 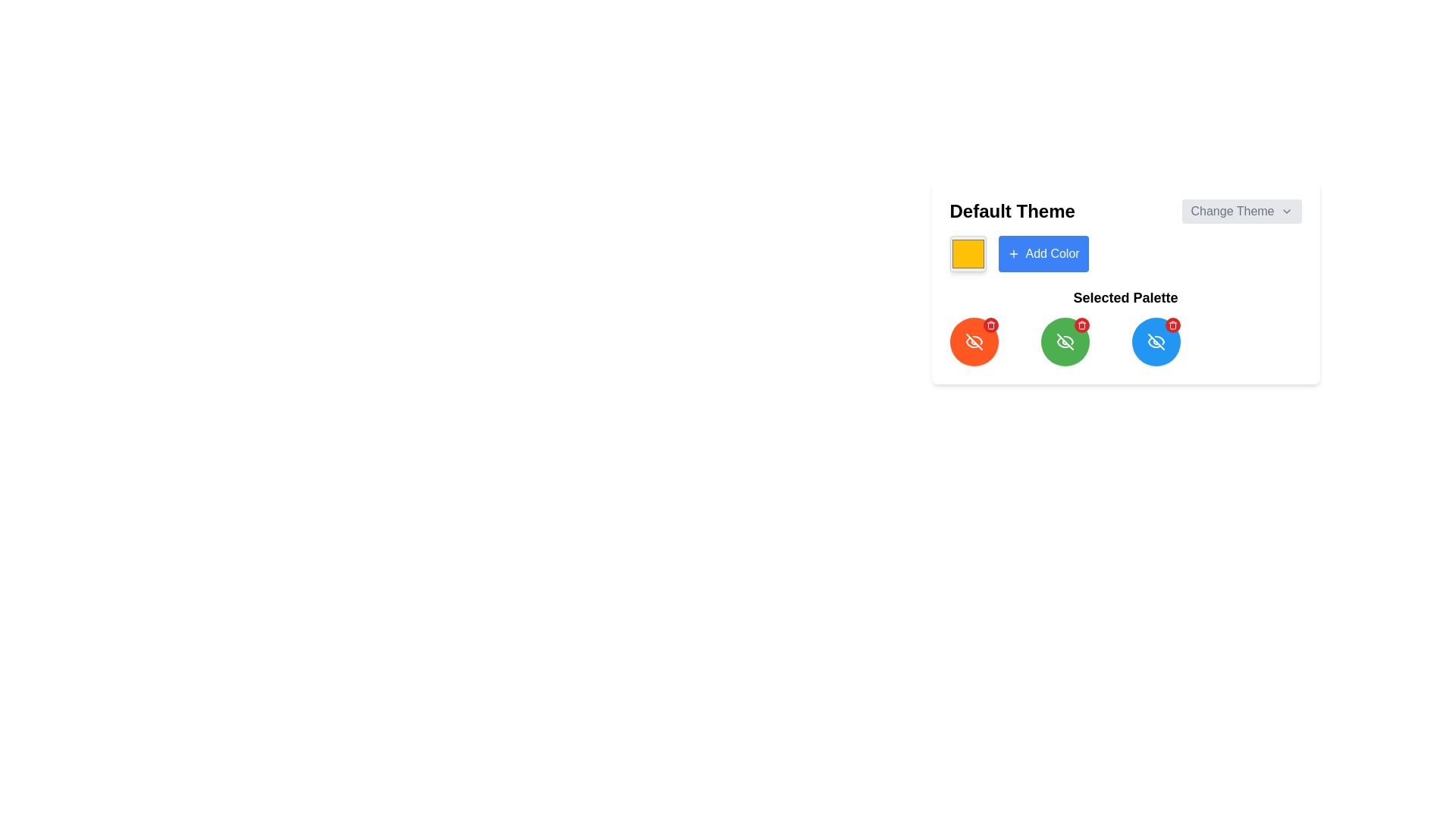 What do you see at coordinates (990, 324) in the screenshot?
I see `the trash bin icon button located at the top-right corner of the circular palette item in the 'Selected Palette' section` at bounding box center [990, 324].